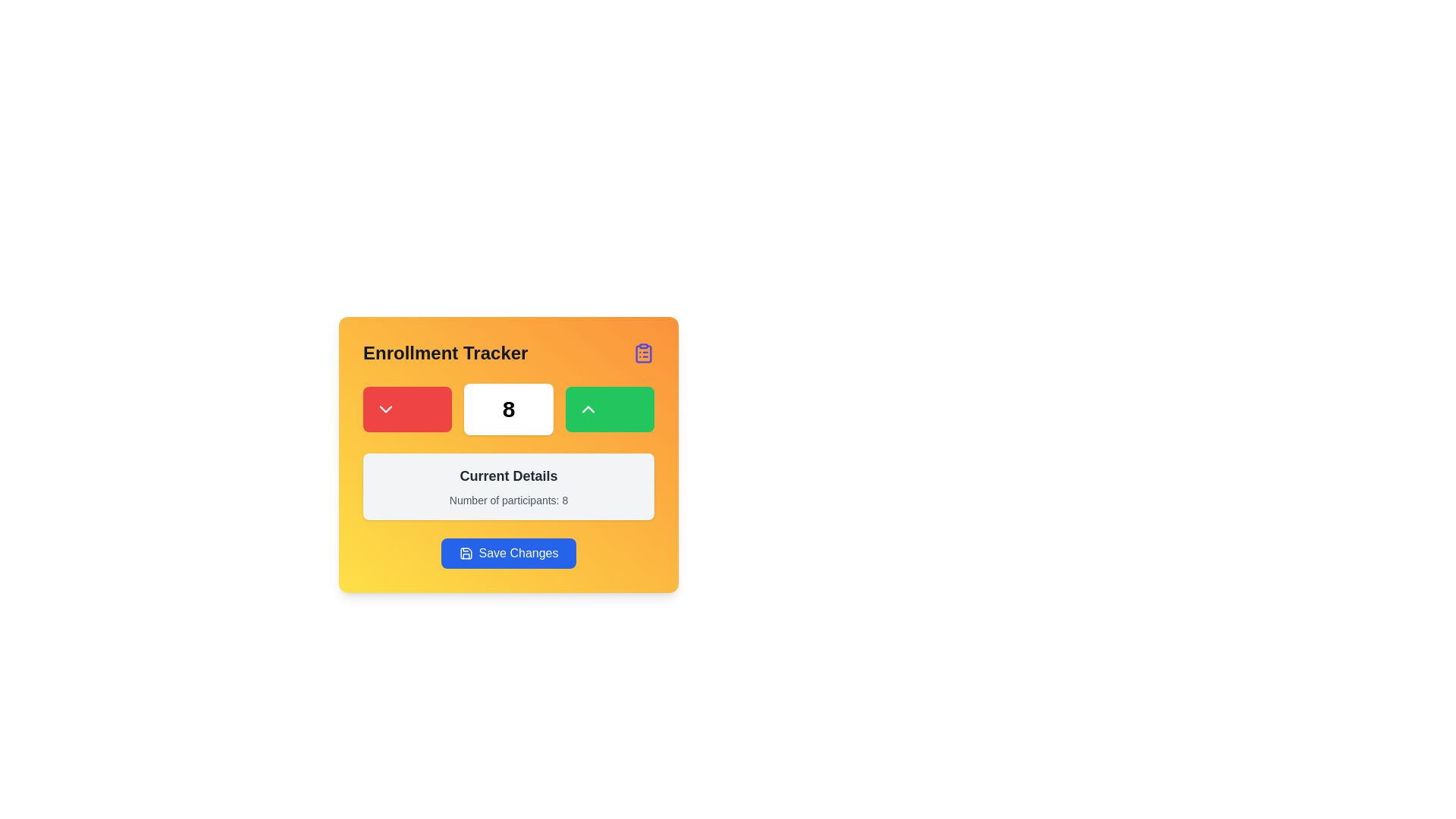 This screenshot has height=819, width=1456. Describe the element at coordinates (610, 409) in the screenshot. I see `the increment button positioned to the right of the white box displaying the number '8' to increment its value` at that location.